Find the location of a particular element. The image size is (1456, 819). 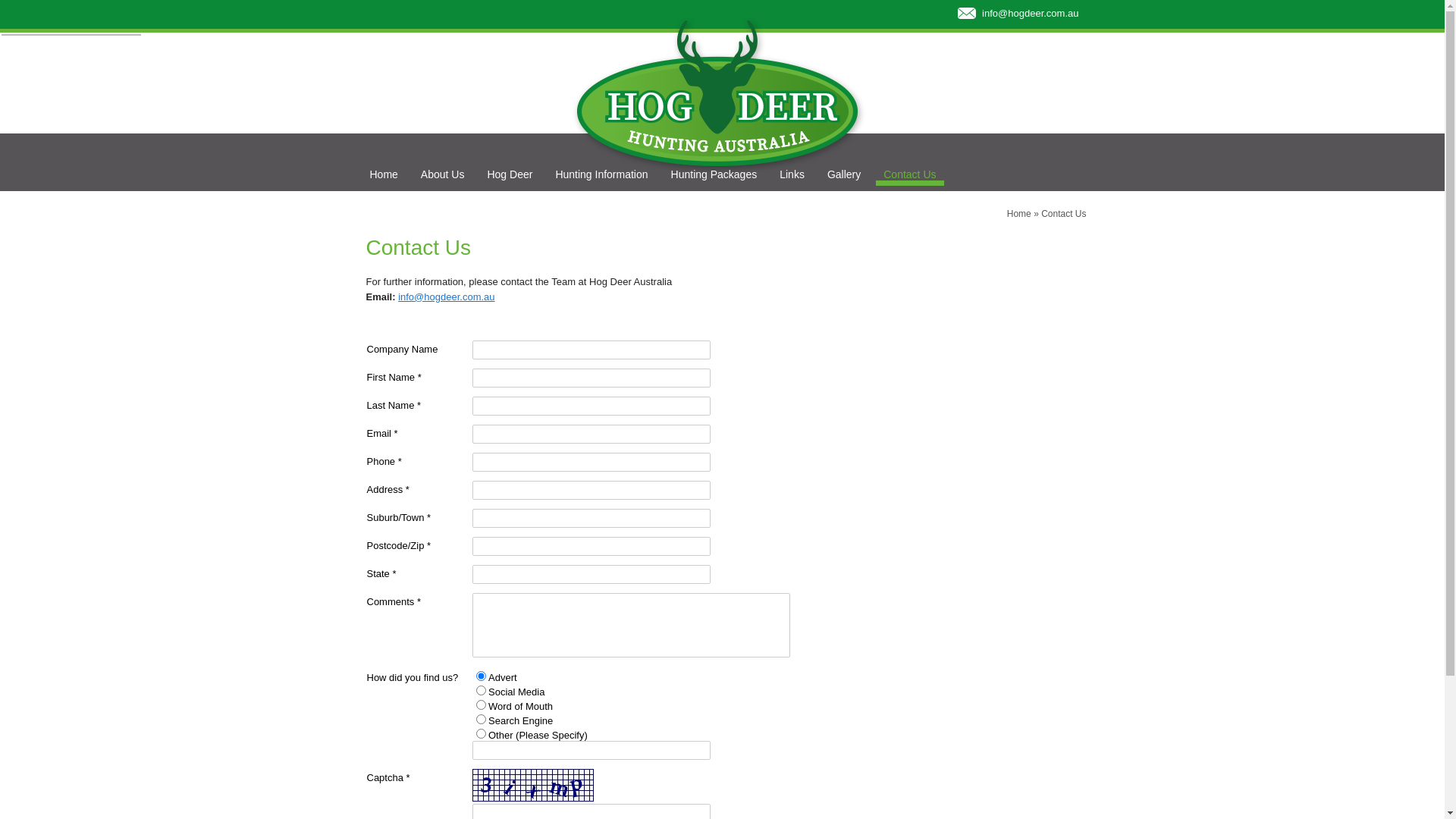

'Hog Deer Hunting Australia' is located at coordinates (717, 90).